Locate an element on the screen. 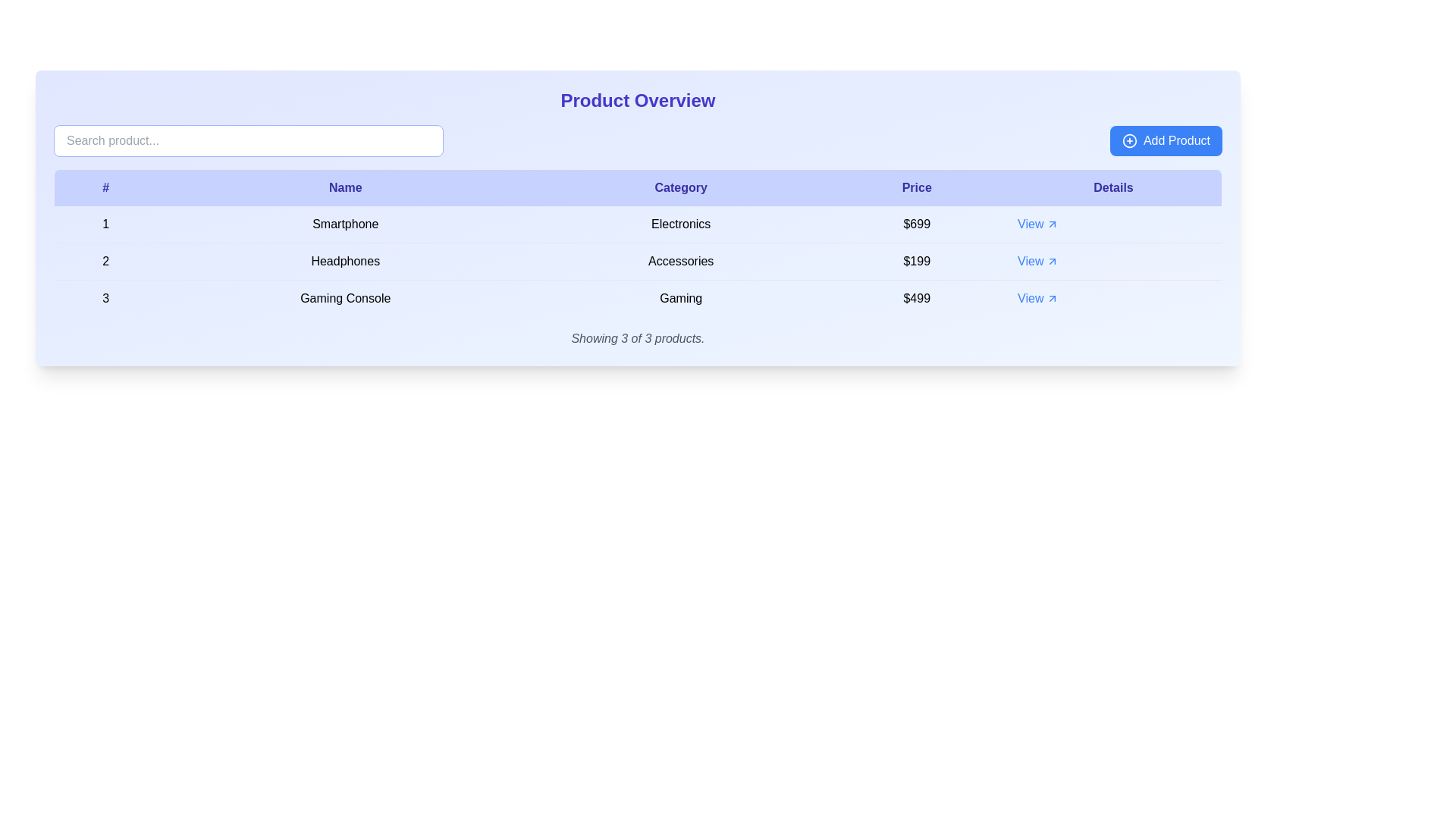 This screenshot has width=1456, height=819. the price label indicating the cost of the 'Smartphone' product, located in the fourth cell of the first row under the 'Price' column is located at coordinates (916, 224).